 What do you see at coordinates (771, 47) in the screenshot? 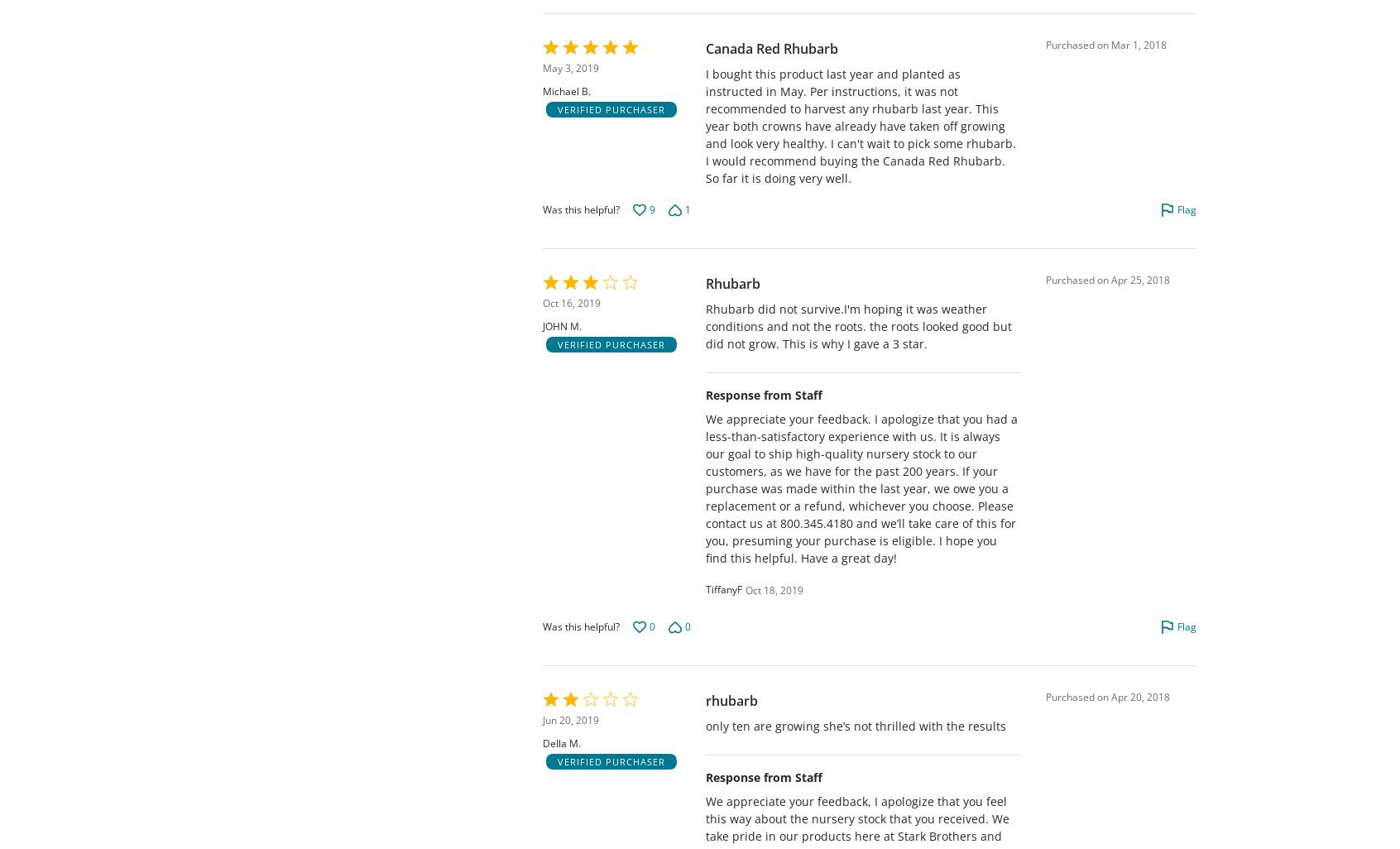
I see `'Canada Red Rhubarb'` at bounding box center [771, 47].